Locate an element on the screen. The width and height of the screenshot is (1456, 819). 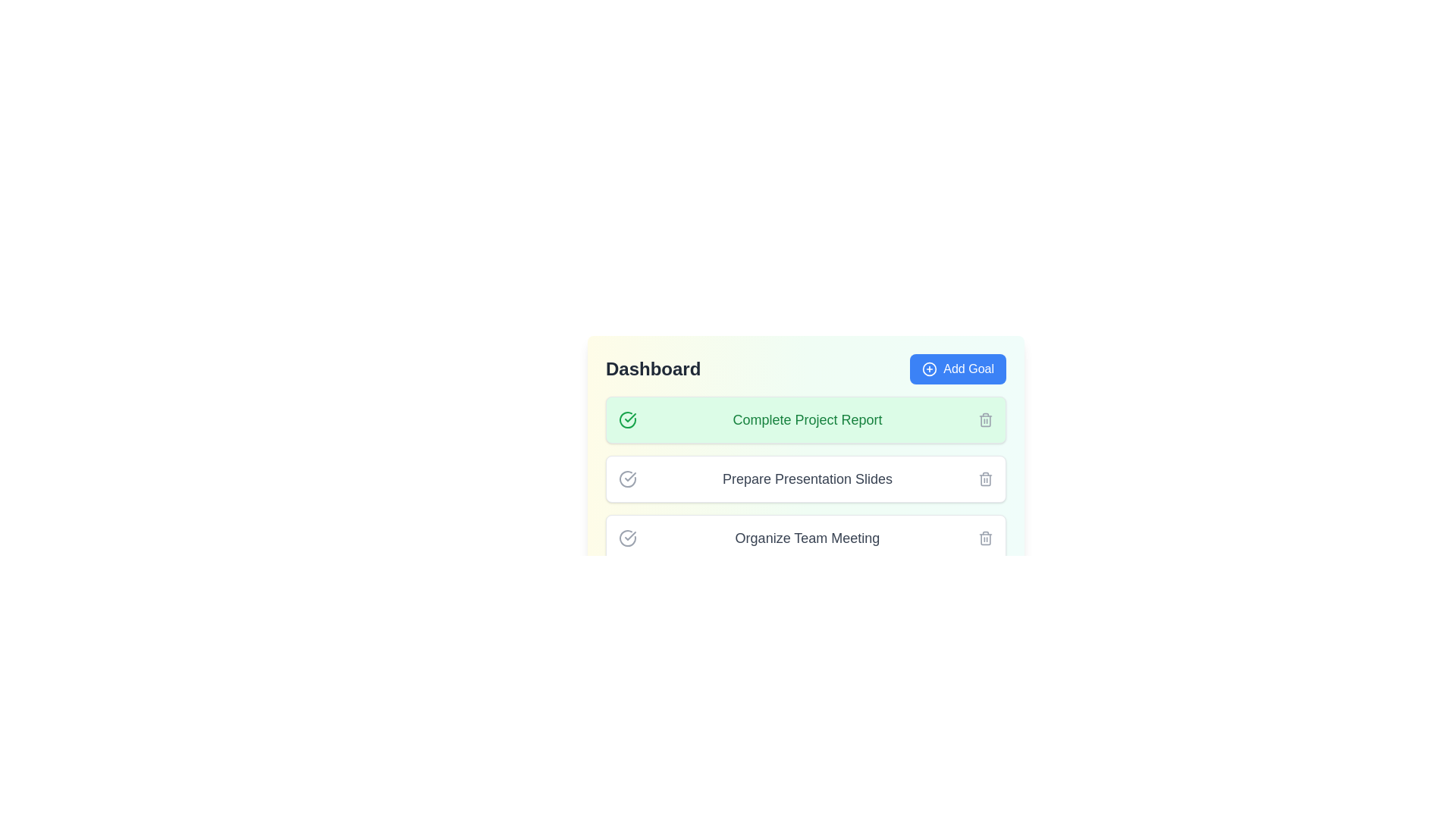
the trash icon next to the goal with text 'Prepare Presentation Slides' to delete it is located at coordinates (986, 479).